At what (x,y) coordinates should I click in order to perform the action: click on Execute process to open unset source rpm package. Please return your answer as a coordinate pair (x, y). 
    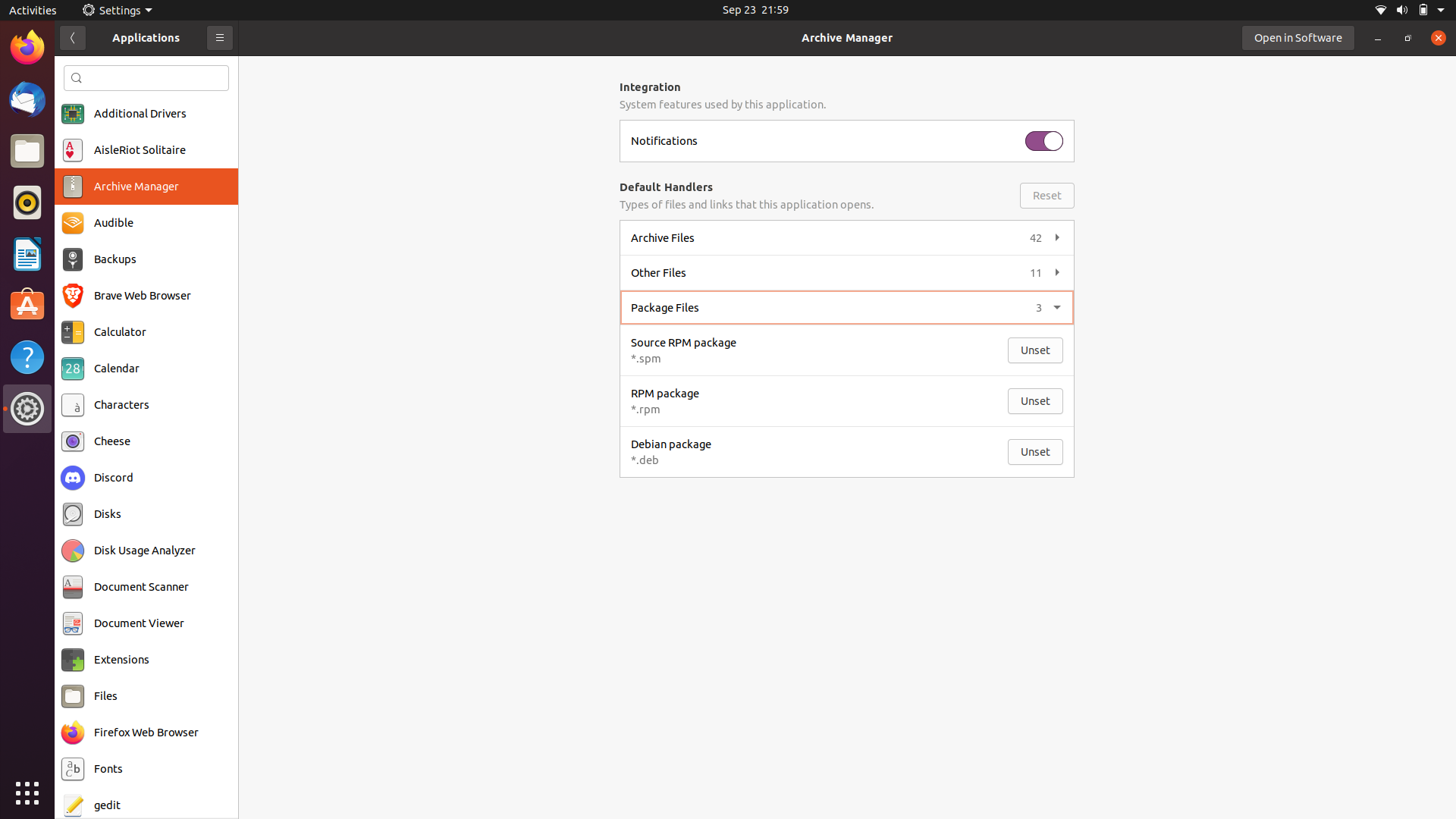
    Looking at the image, I should click on (1036, 350).